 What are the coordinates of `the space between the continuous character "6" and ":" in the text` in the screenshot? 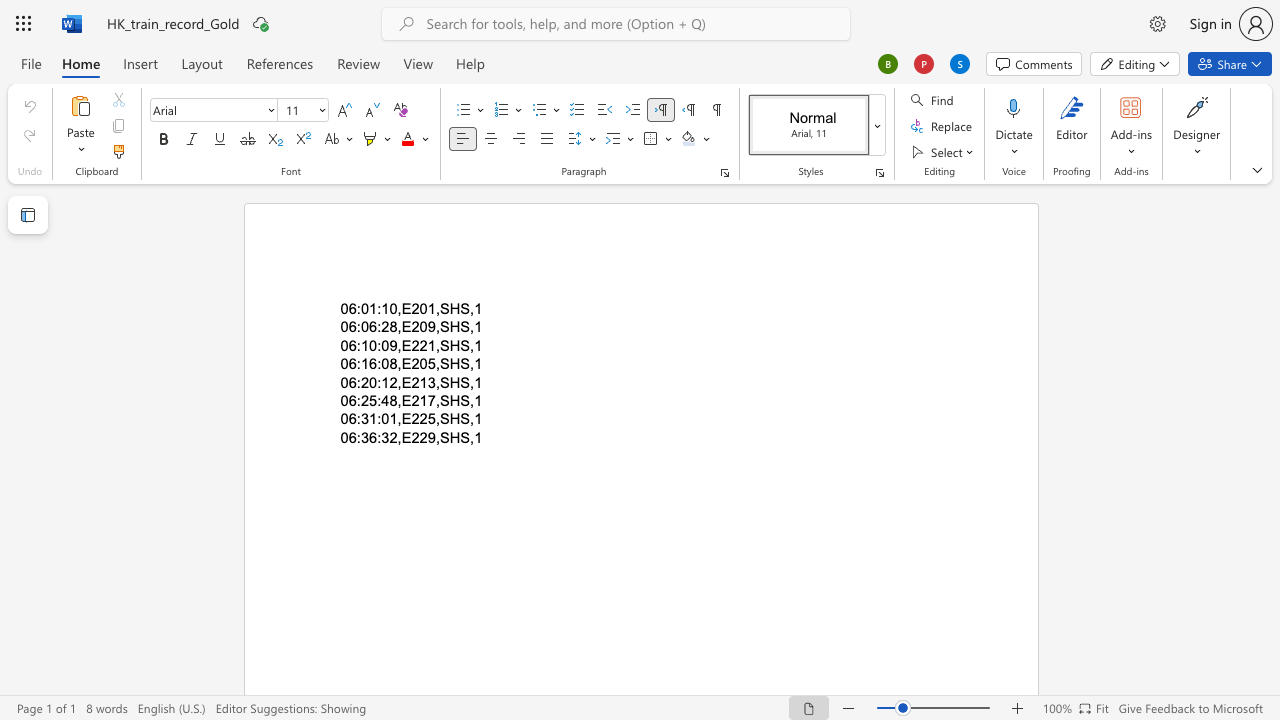 It's located at (355, 309).